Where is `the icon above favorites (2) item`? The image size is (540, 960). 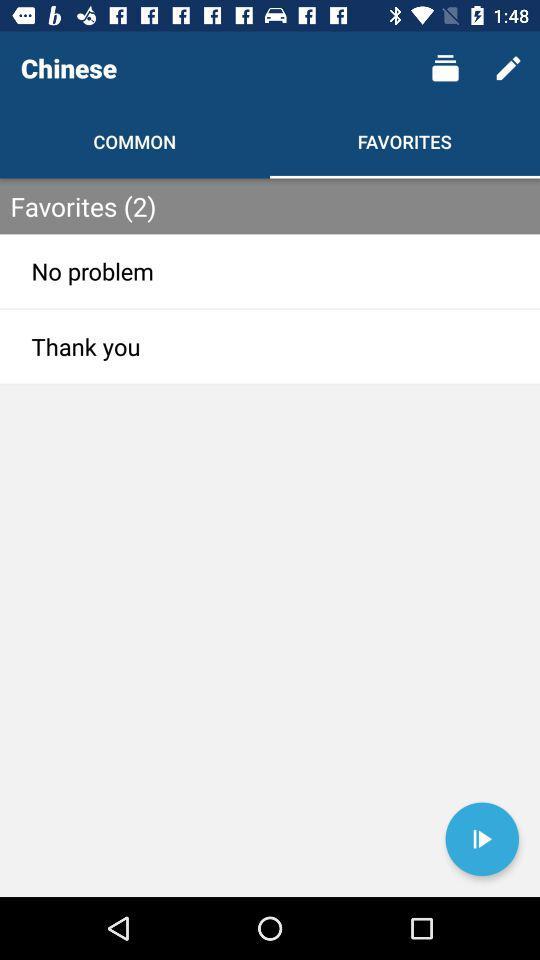
the icon above favorites (2) item is located at coordinates (508, 68).